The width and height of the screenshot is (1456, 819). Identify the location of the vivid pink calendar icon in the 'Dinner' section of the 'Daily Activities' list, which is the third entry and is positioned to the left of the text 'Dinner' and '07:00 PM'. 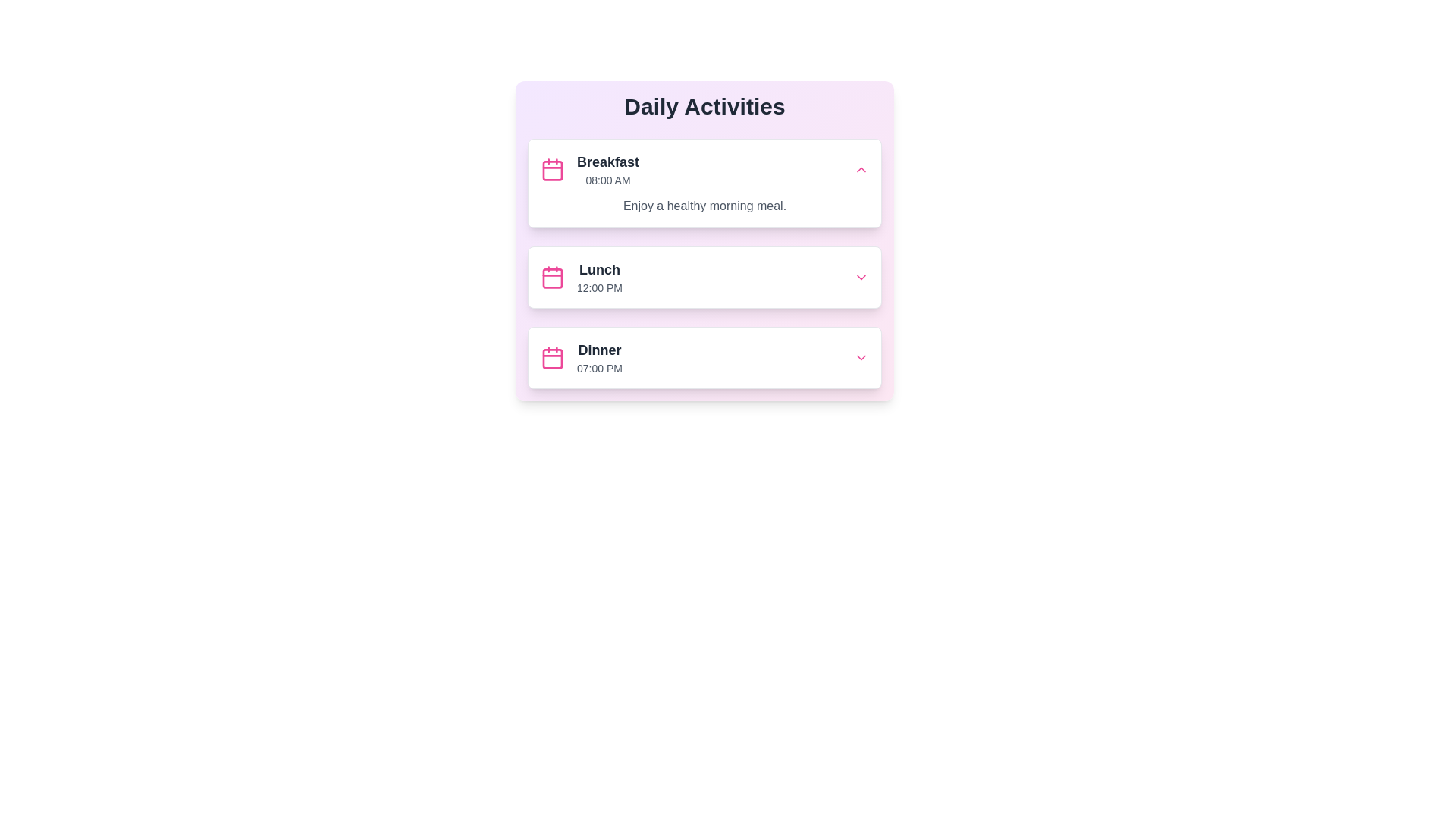
(552, 357).